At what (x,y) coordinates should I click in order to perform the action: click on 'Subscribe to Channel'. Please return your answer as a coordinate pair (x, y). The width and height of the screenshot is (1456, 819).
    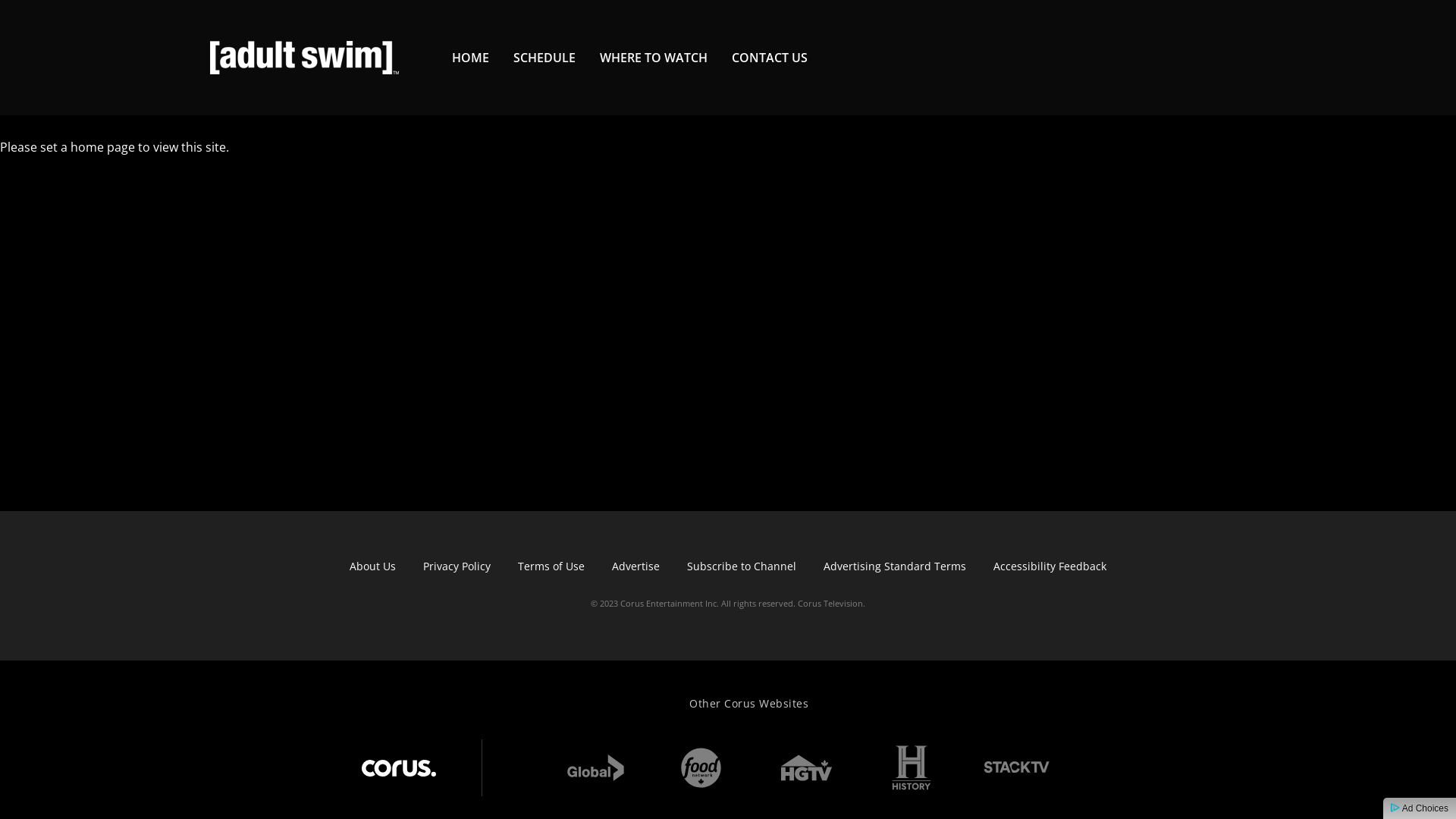
    Looking at the image, I should click on (742, 565).